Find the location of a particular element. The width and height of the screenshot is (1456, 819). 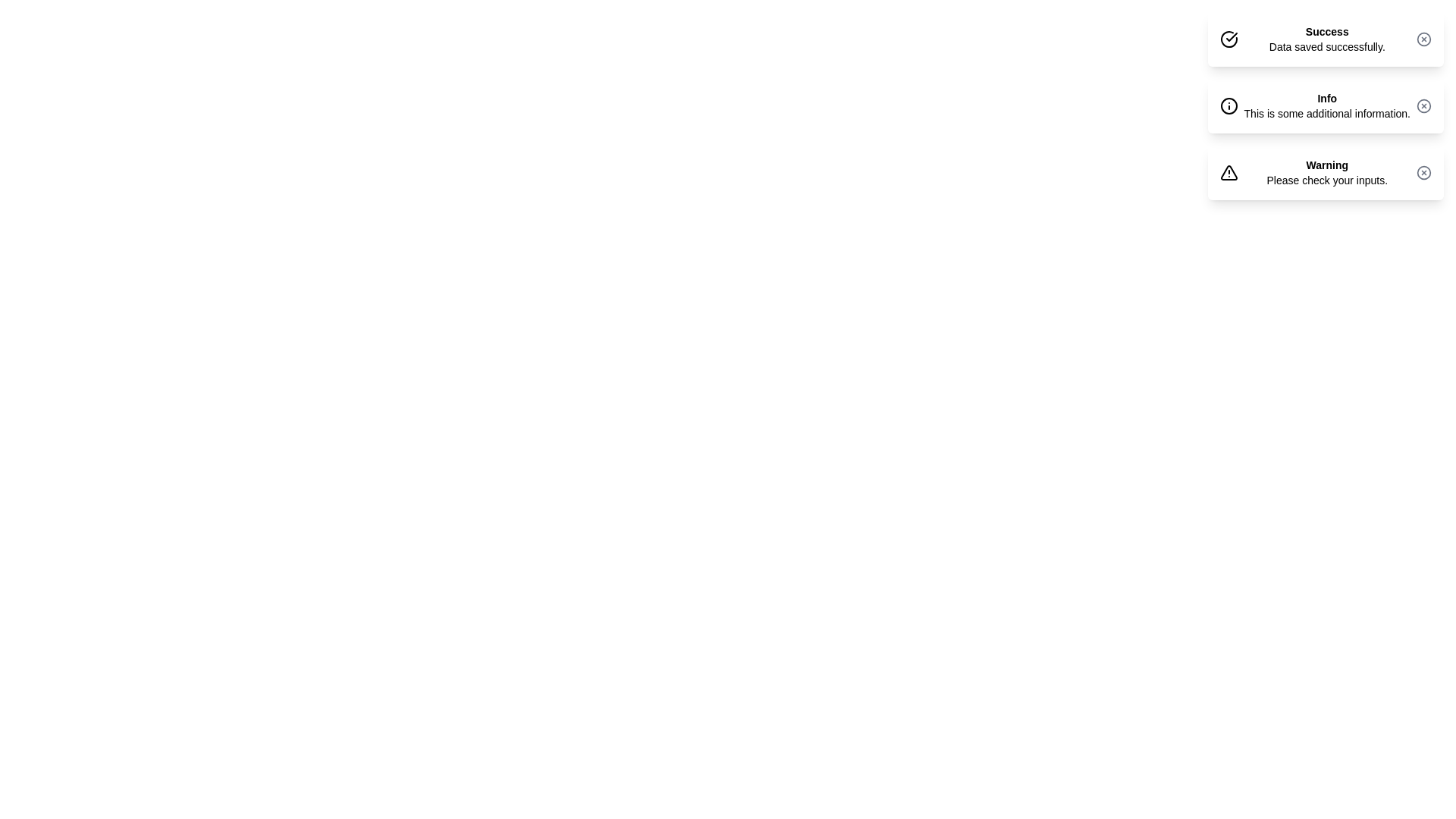

the success icon located in the first row of the notification drawer, positioned to the left of the 'Success: Data saved successfully' text is located at coordinates (1228, 38).